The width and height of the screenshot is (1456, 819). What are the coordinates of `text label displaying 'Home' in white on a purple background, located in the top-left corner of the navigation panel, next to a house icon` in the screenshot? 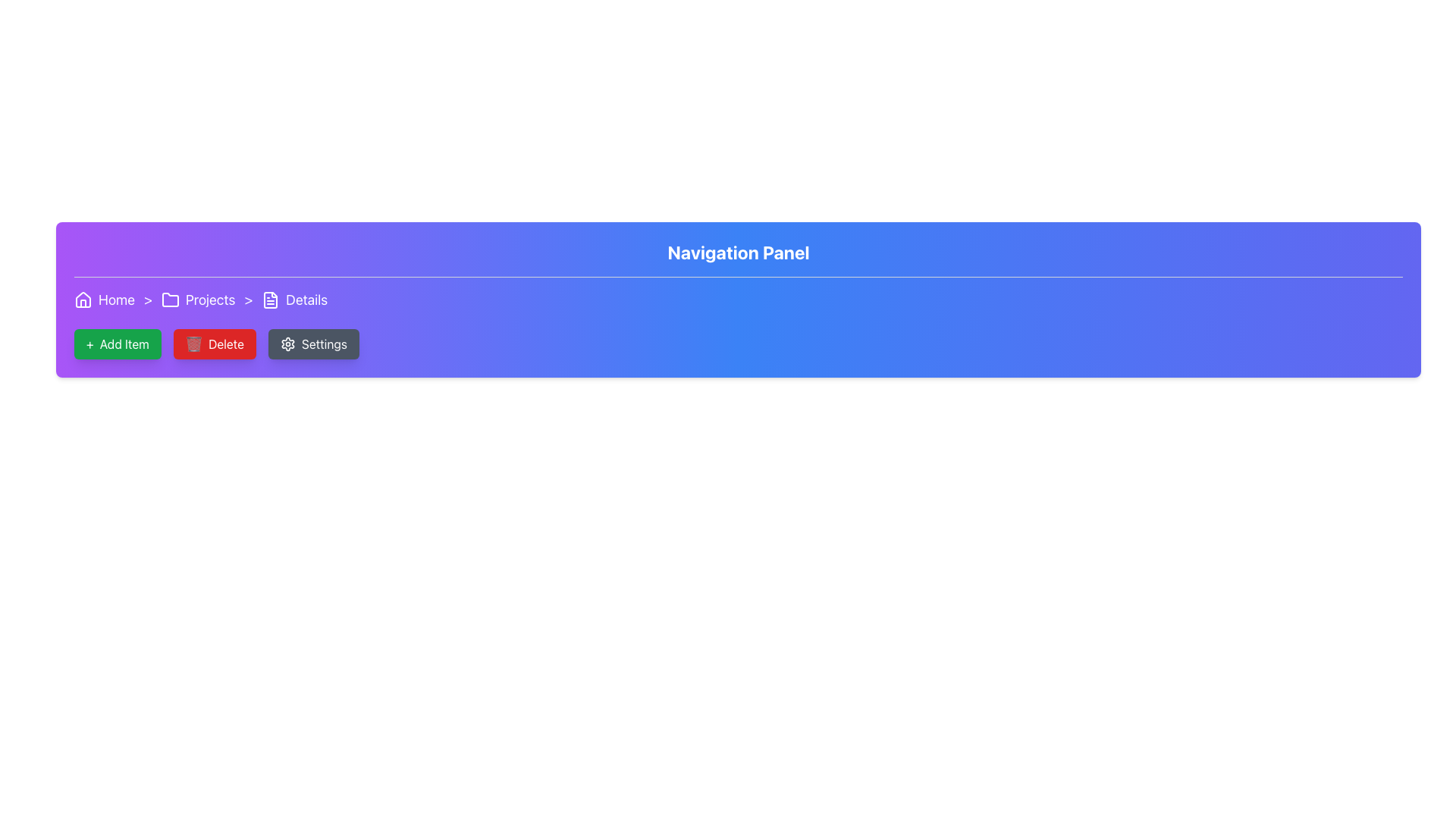 It's located at (115, 300).